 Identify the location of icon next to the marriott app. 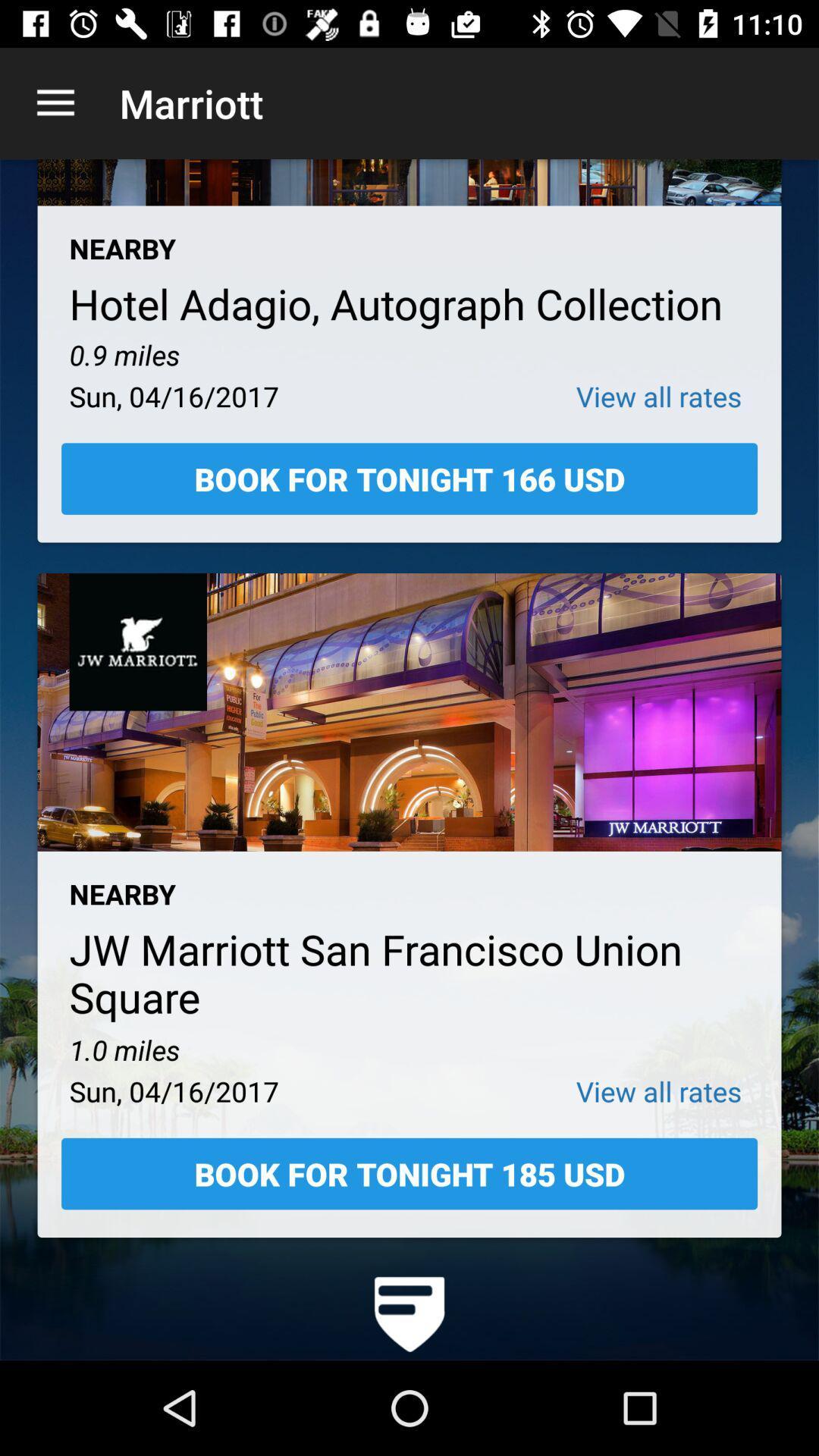
(55, 102).